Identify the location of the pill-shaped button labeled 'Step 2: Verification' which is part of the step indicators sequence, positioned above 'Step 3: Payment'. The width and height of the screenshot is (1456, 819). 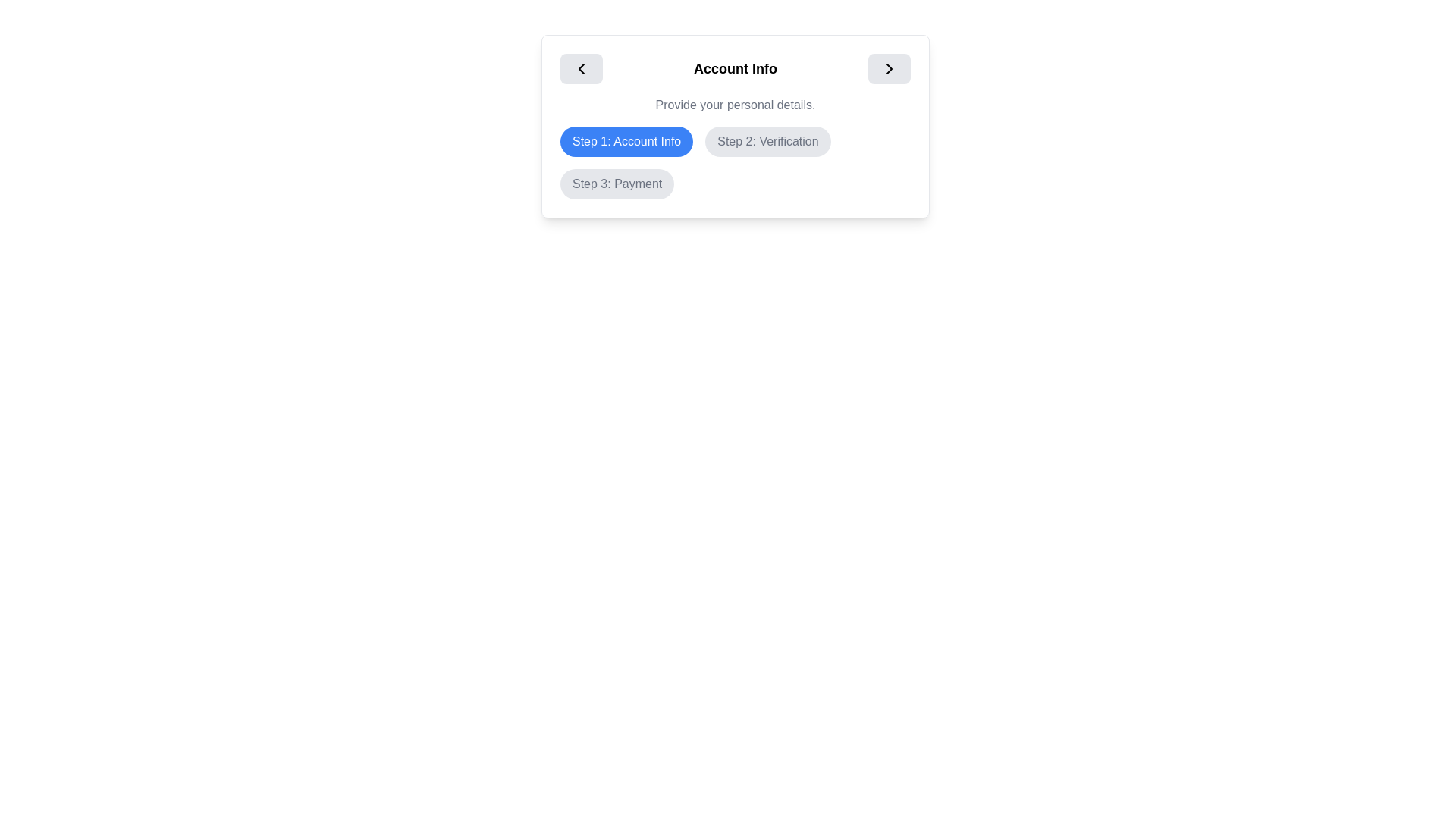
(767, 141).